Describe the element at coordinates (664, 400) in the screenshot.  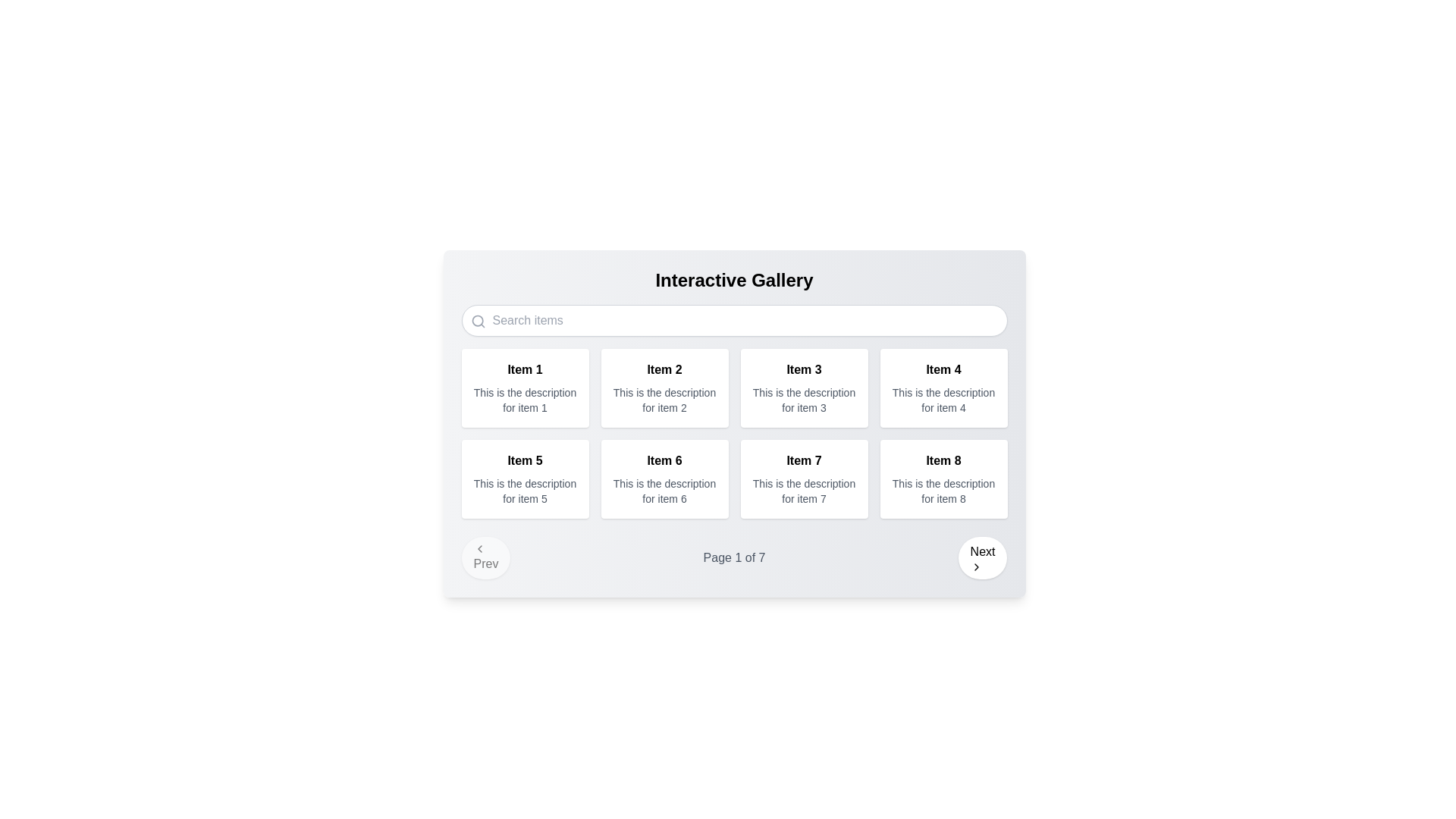
I see `the descriptive text element located beneath the title 'Item 2' in the grid layout` at that location.